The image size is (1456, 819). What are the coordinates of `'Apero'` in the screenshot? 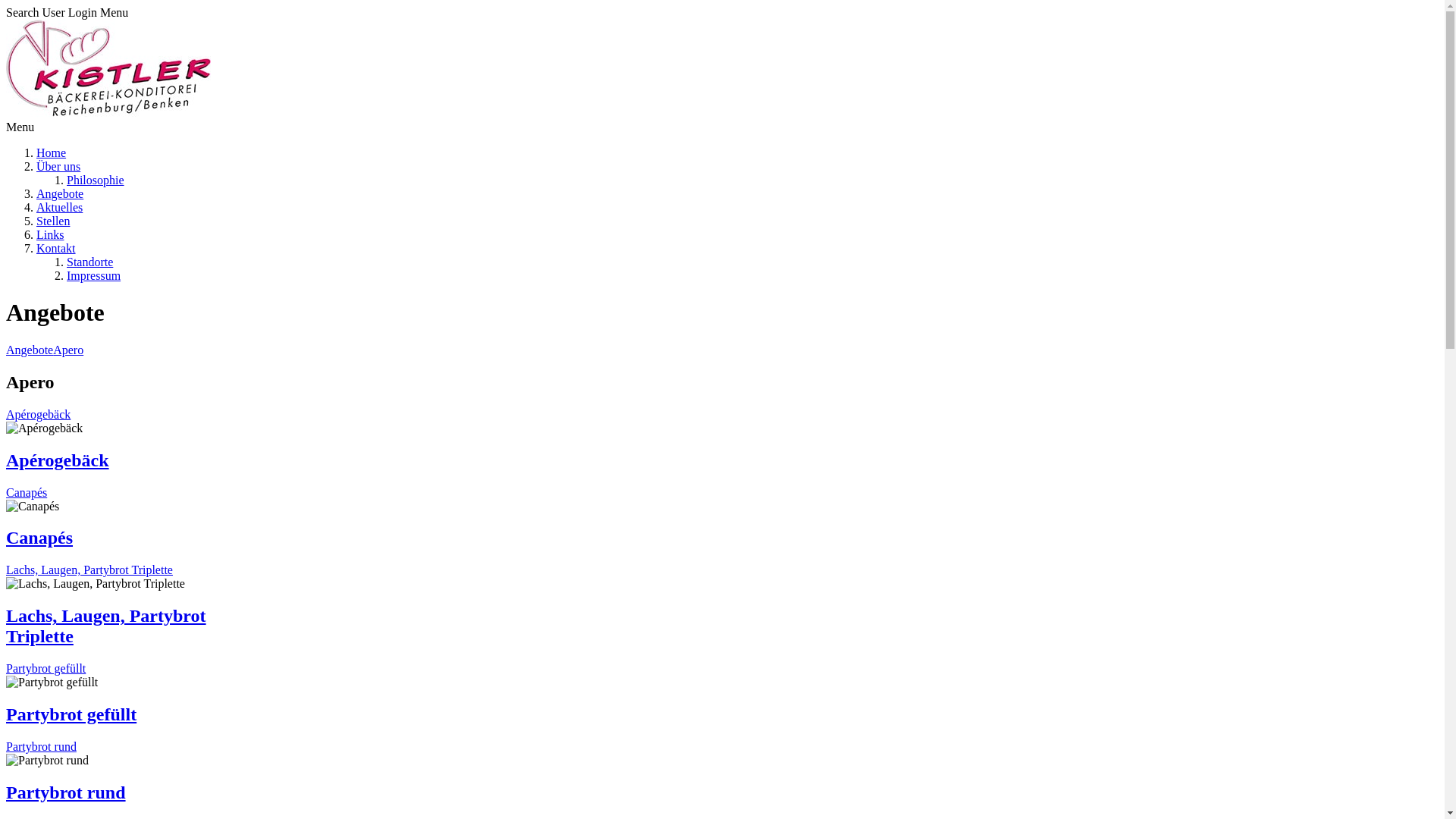 It's located at (53, 350).